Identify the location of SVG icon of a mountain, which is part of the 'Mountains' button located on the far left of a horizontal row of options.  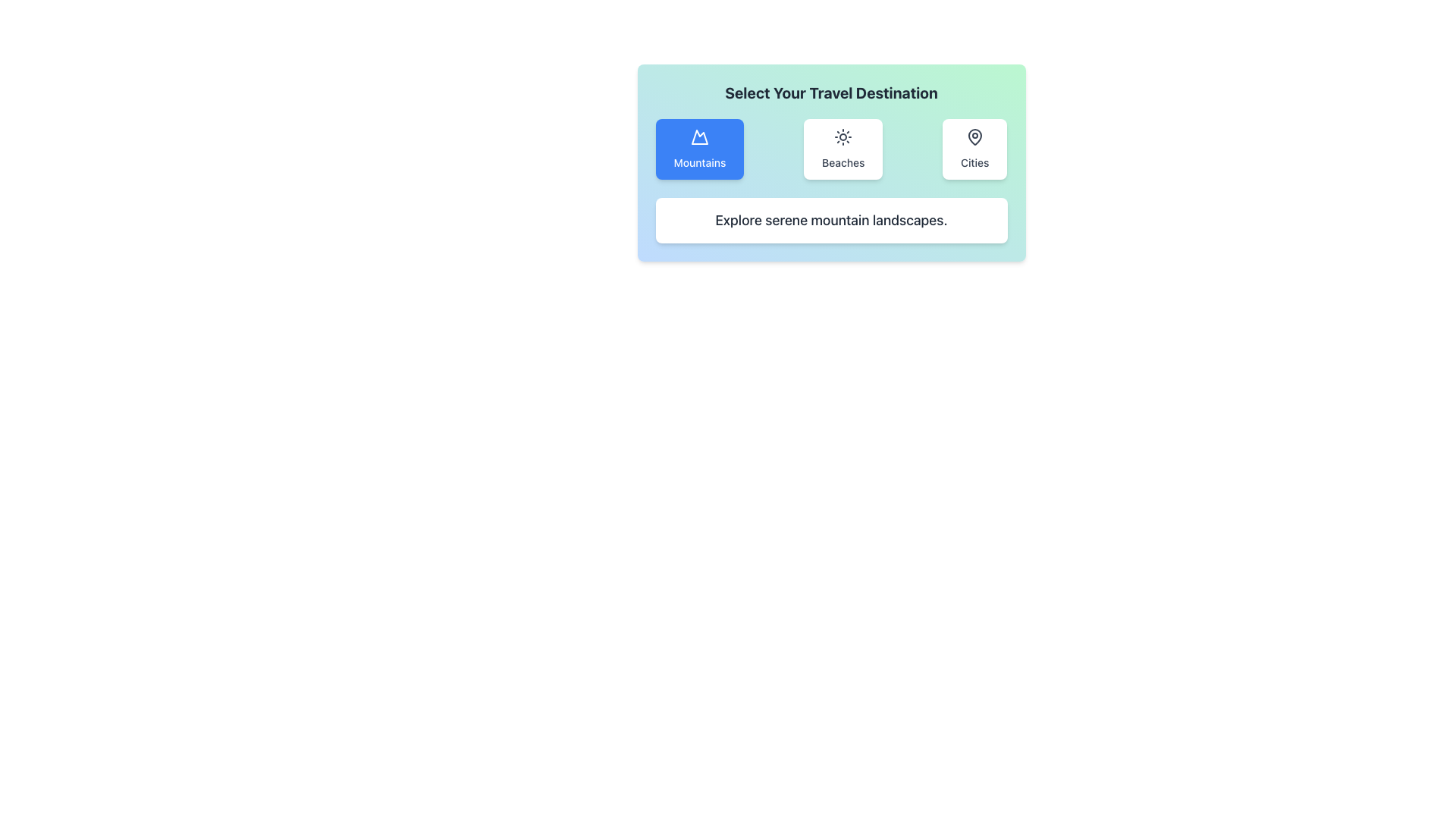
(698, 137).